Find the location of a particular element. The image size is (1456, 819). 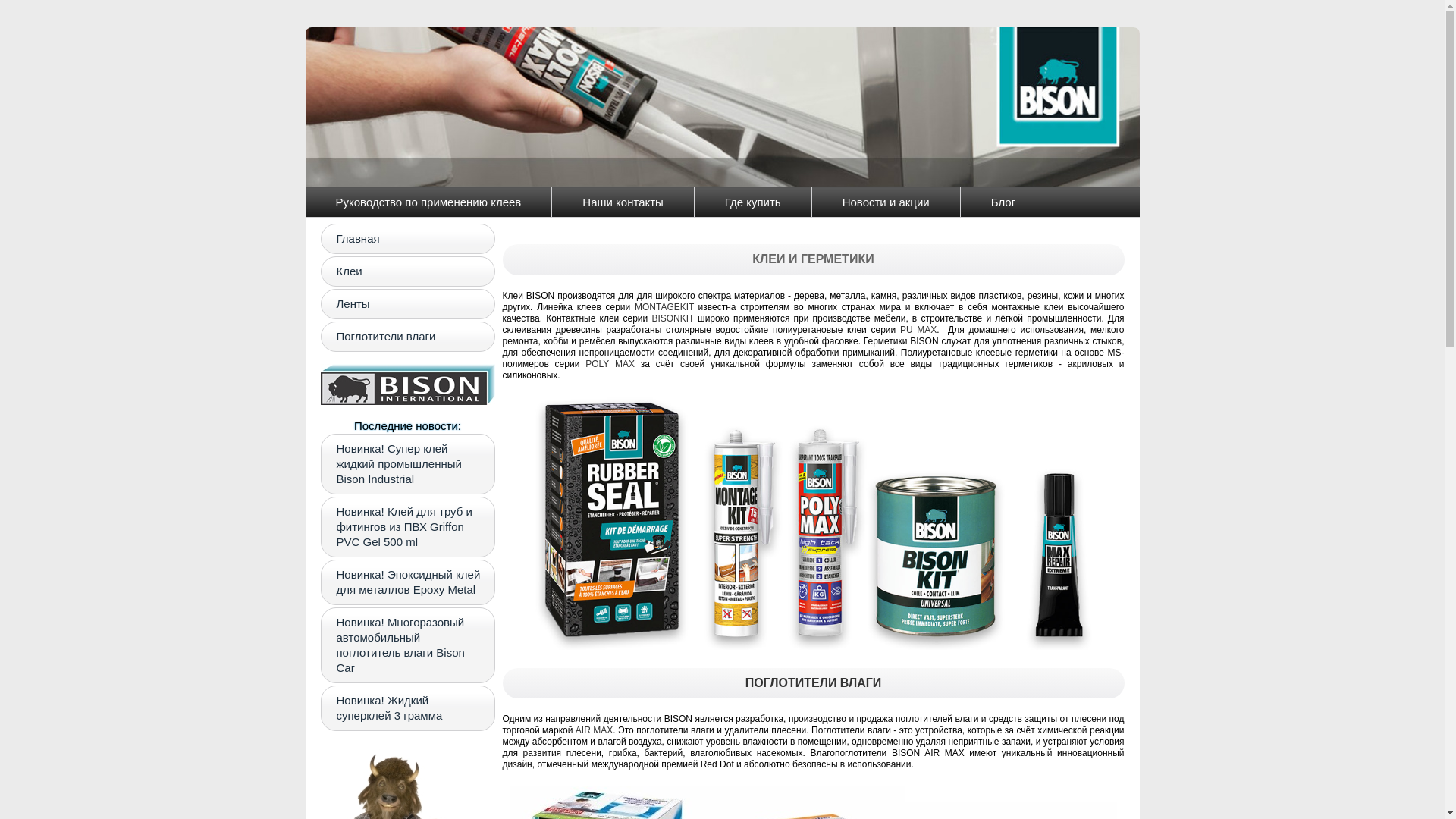

'BISONKIT' is located at coordinates (672, 318).